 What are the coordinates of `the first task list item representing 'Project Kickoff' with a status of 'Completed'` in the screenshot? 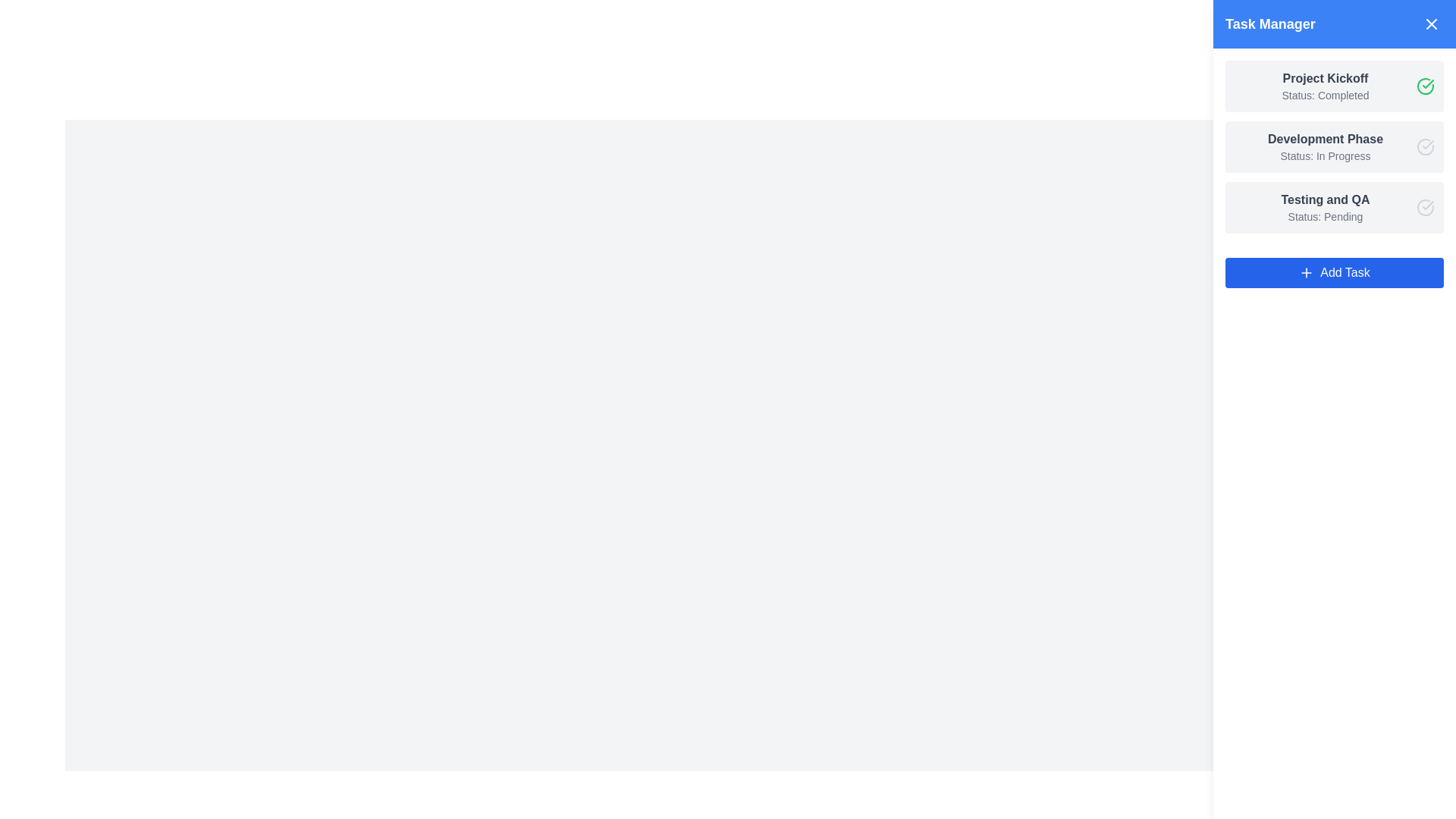 It's located at (1335, 86).